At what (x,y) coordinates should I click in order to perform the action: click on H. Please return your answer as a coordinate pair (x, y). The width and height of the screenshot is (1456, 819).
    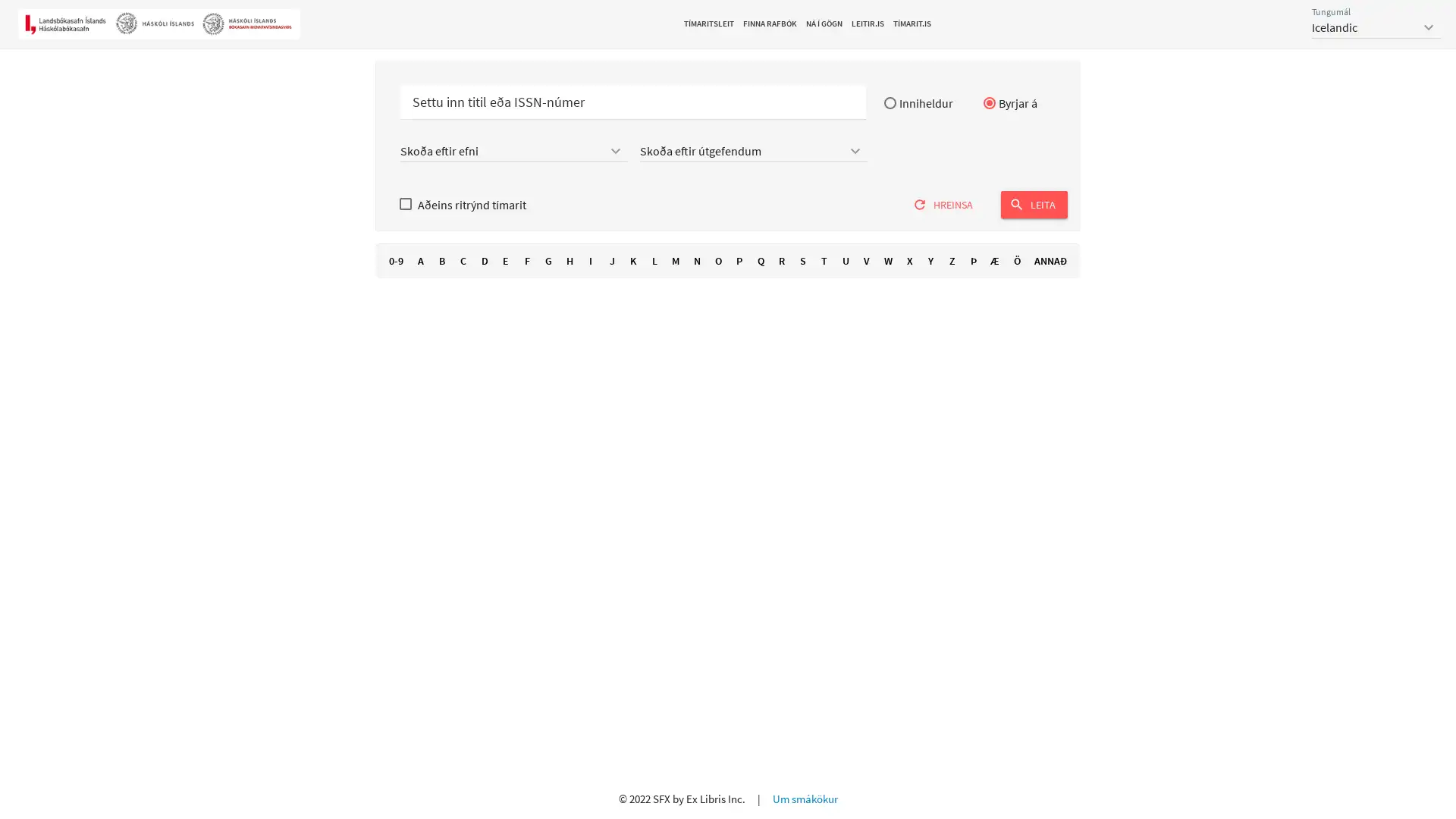
    Looking at the image, I should click on (568, 259).